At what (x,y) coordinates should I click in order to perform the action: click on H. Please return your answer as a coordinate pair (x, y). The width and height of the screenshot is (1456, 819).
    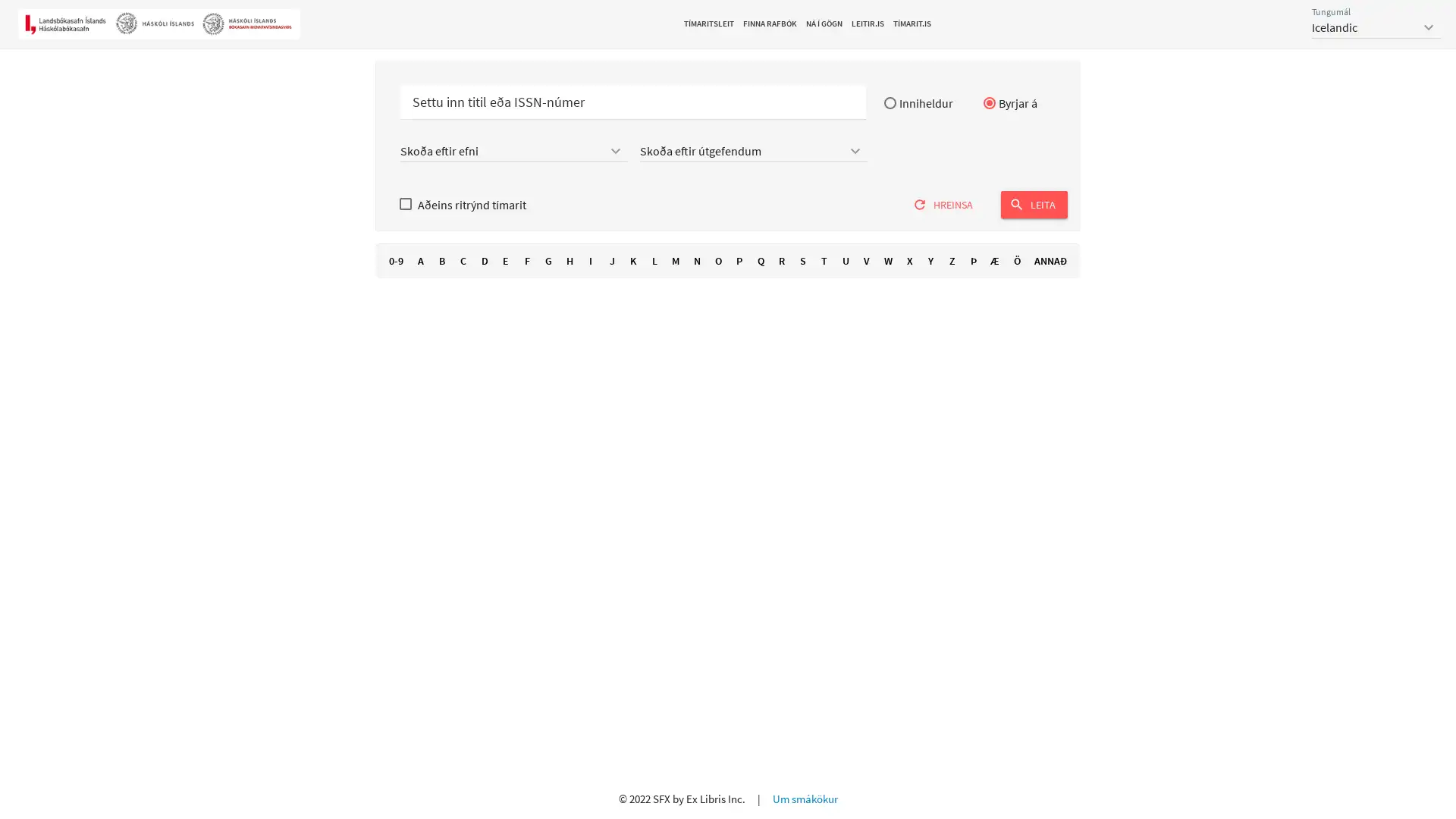
    Looking at the image, I should click on (568, 259).